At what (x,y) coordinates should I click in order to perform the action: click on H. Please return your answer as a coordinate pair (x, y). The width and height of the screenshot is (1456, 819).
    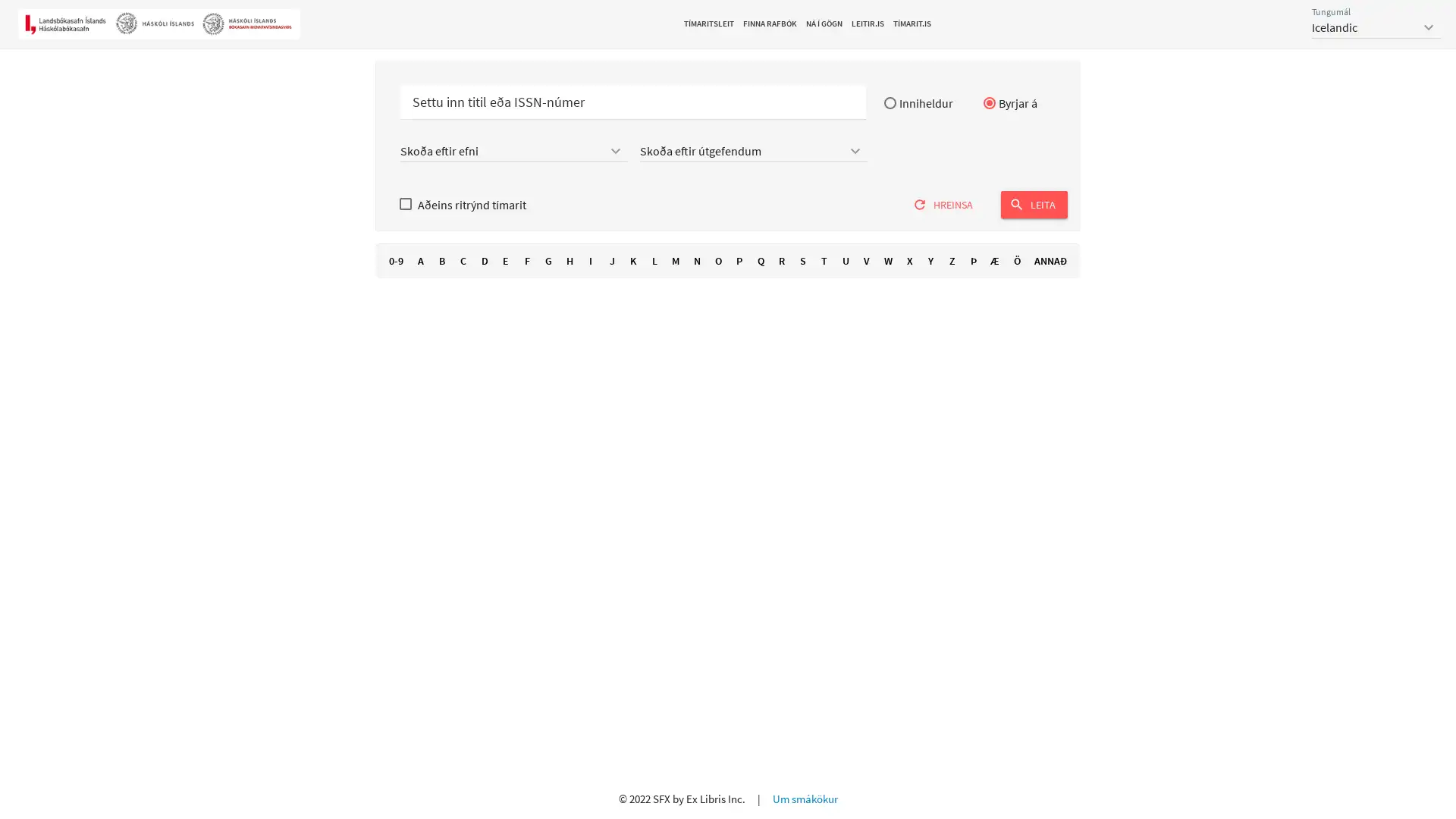
    Looking at the image, I should click on (568, 259).